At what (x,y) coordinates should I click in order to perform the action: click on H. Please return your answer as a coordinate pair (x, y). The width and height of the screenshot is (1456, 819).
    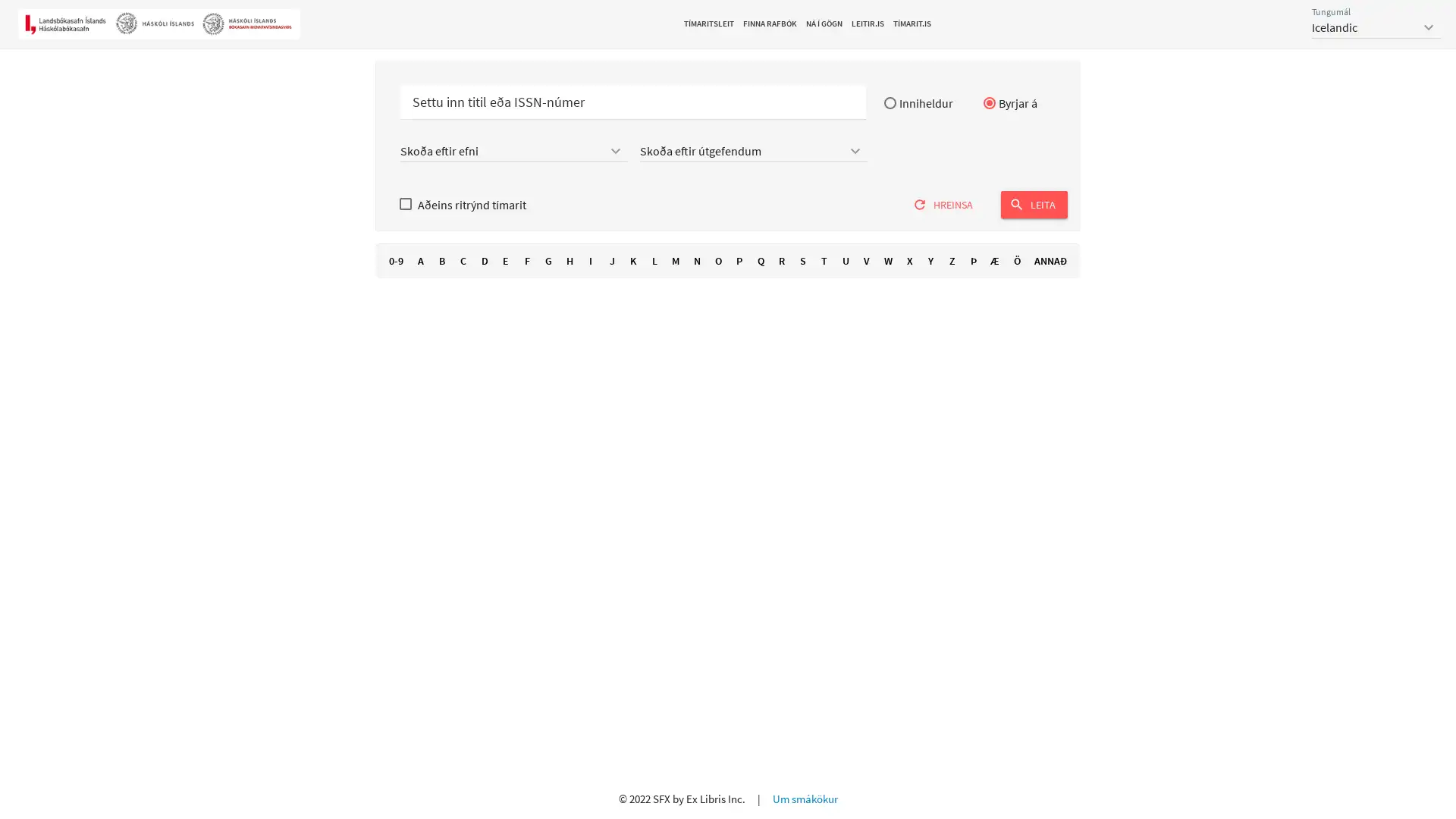
    Looking at the image, I should click on (568, 259).